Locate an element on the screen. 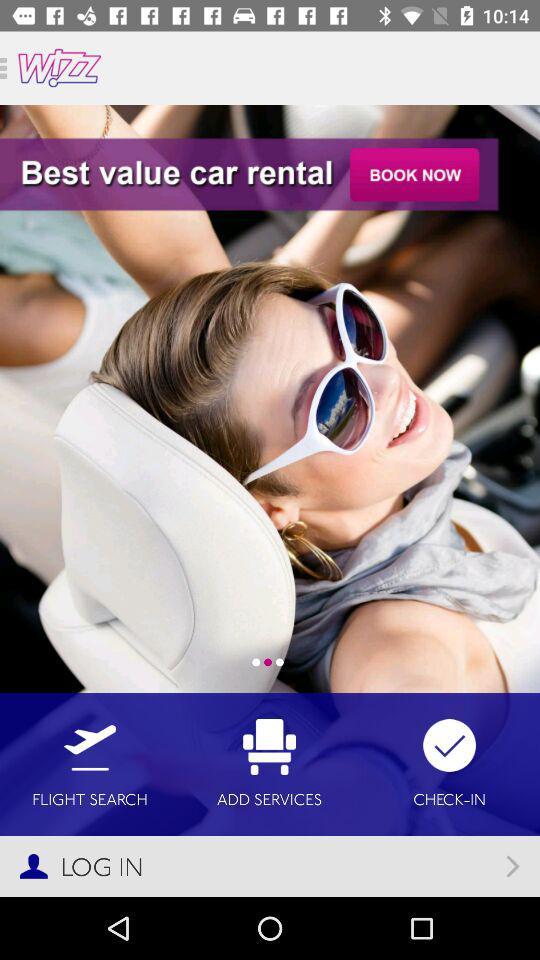 The height and width of the screenshot is (960, 540). item at the center is located at coordinates (270, 500).